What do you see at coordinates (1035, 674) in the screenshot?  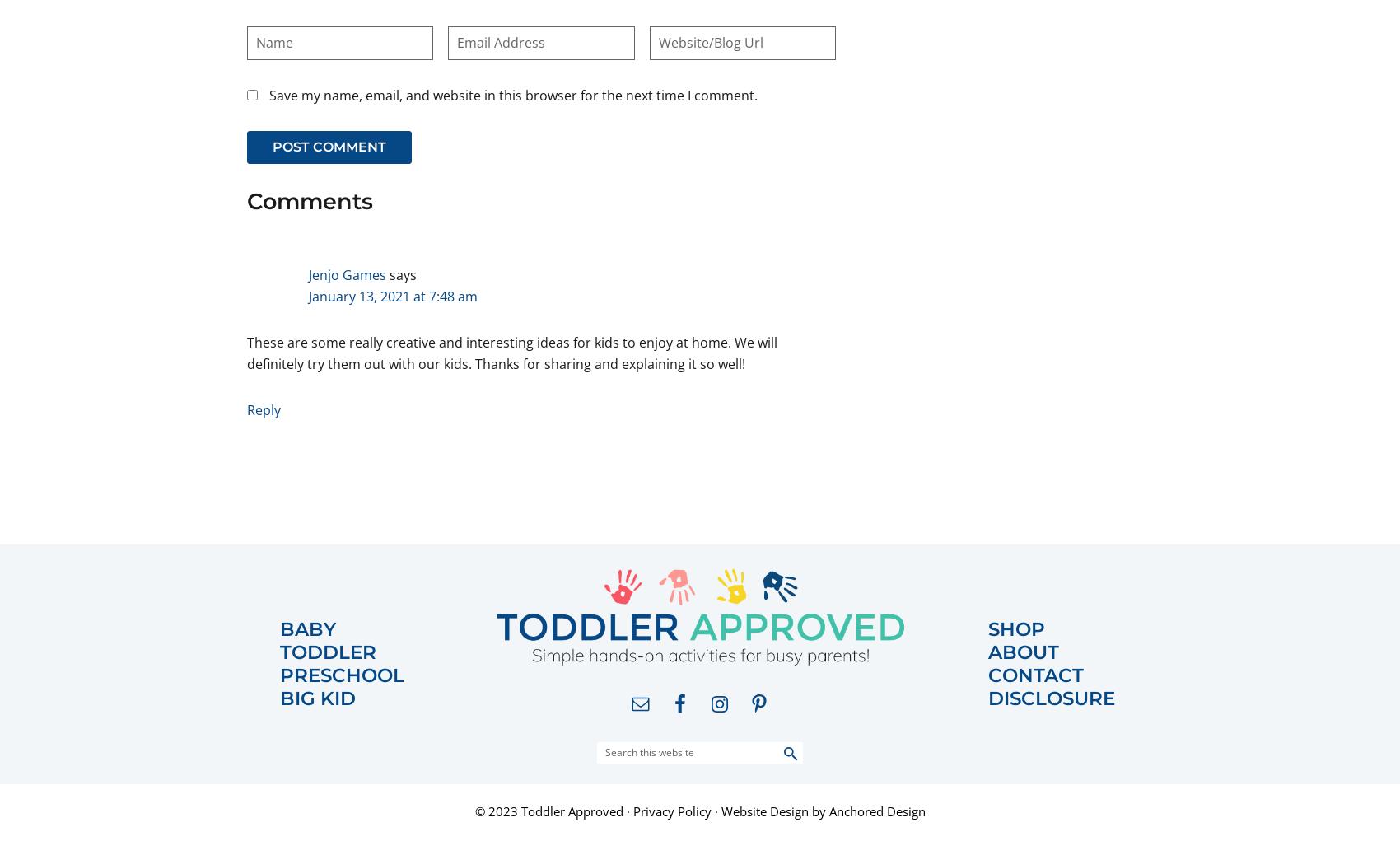 I see `'Contact'` at bounding box center [1035, 674].